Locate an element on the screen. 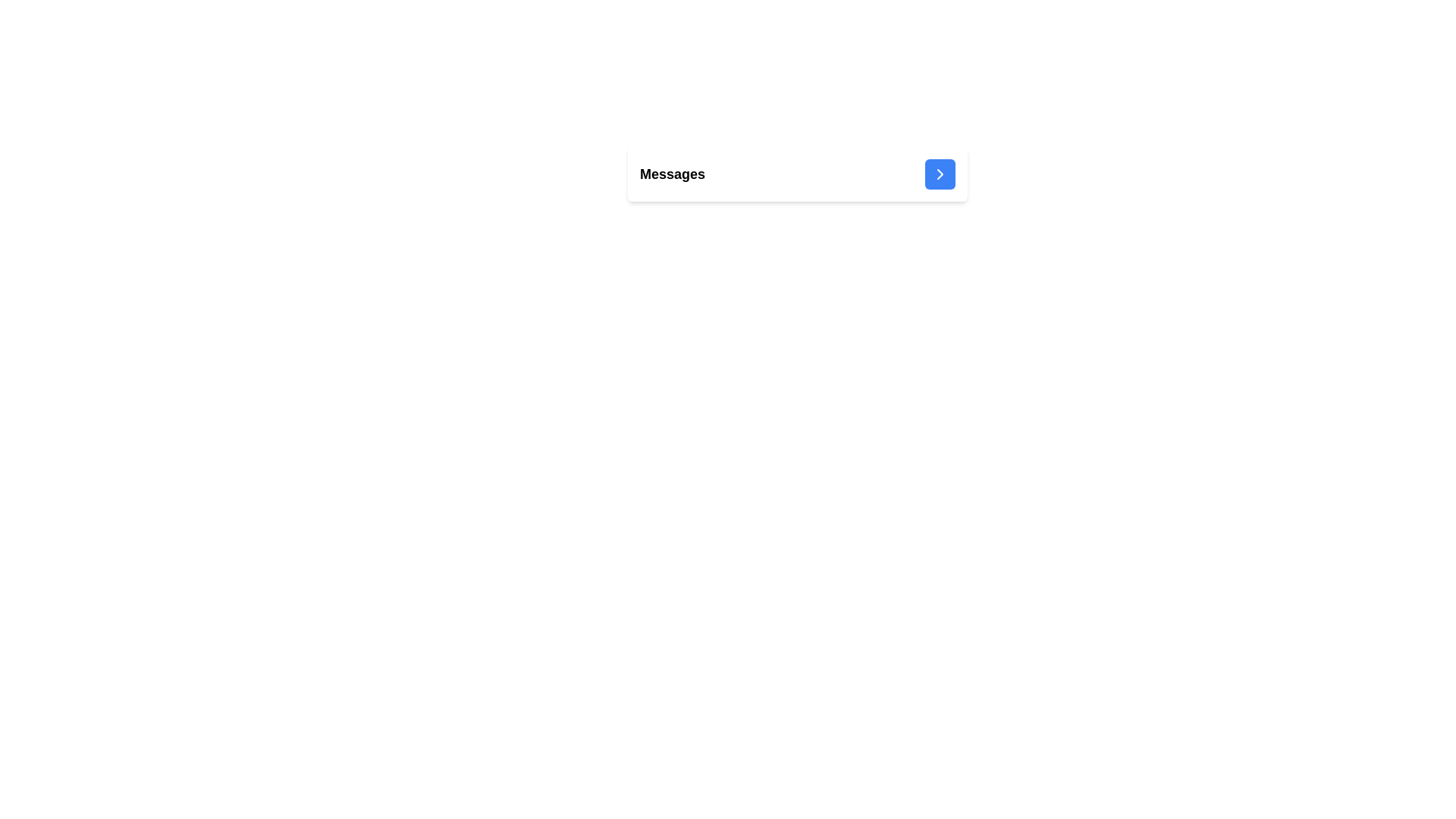 The width and height of the screenshot is (1456, 819). the right-chevron icon located at the center of the blue button in the upper-right corner of the white card labeled 'Messages.' is located at coordinates (939, 174).